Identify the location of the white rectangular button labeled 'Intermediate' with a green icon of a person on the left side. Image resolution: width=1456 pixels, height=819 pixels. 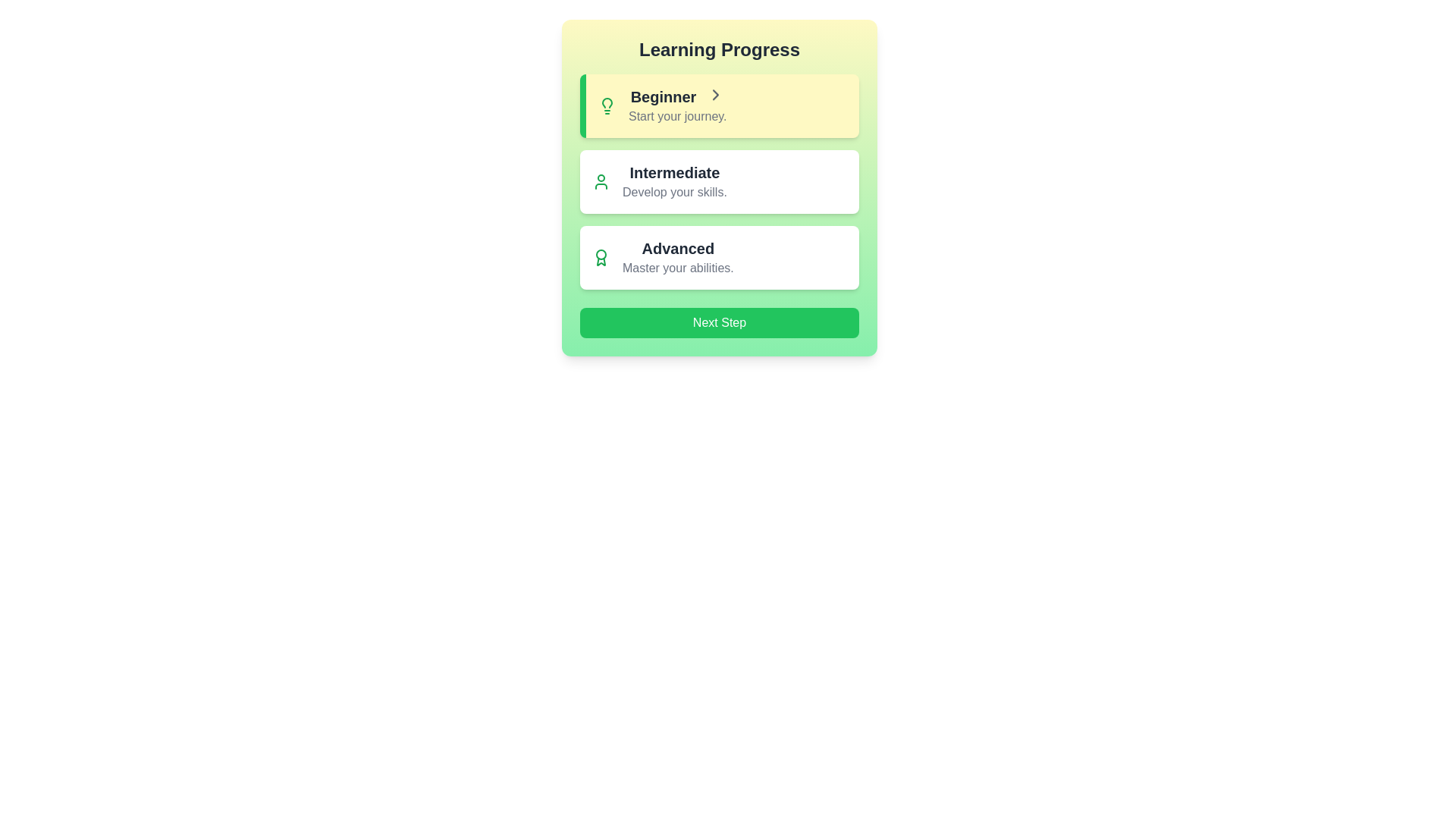
(719, 180).